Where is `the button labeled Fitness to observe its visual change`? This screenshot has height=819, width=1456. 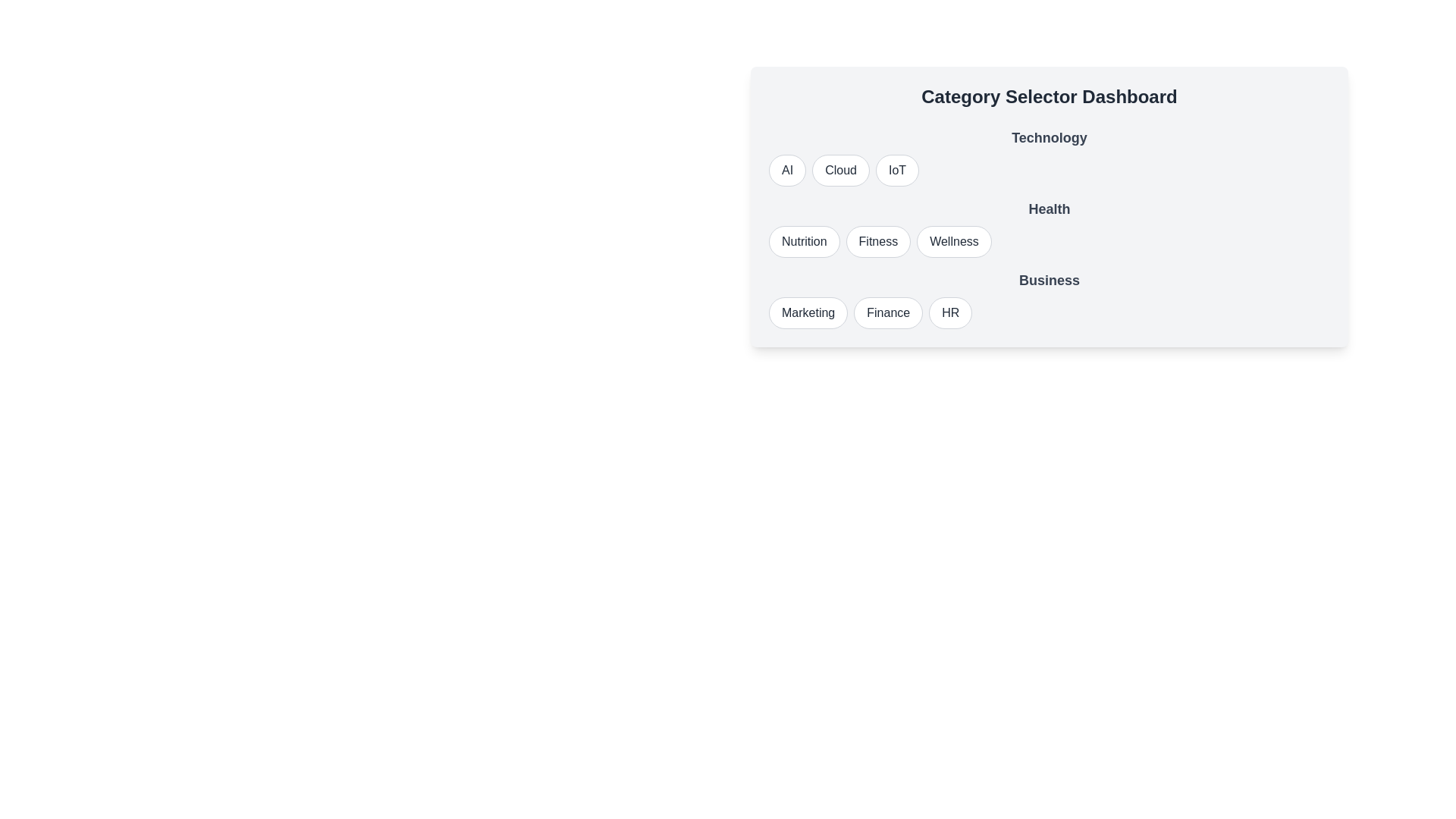
the button labeled Fitness to observe its visual change is located at coordinates (877, 241).